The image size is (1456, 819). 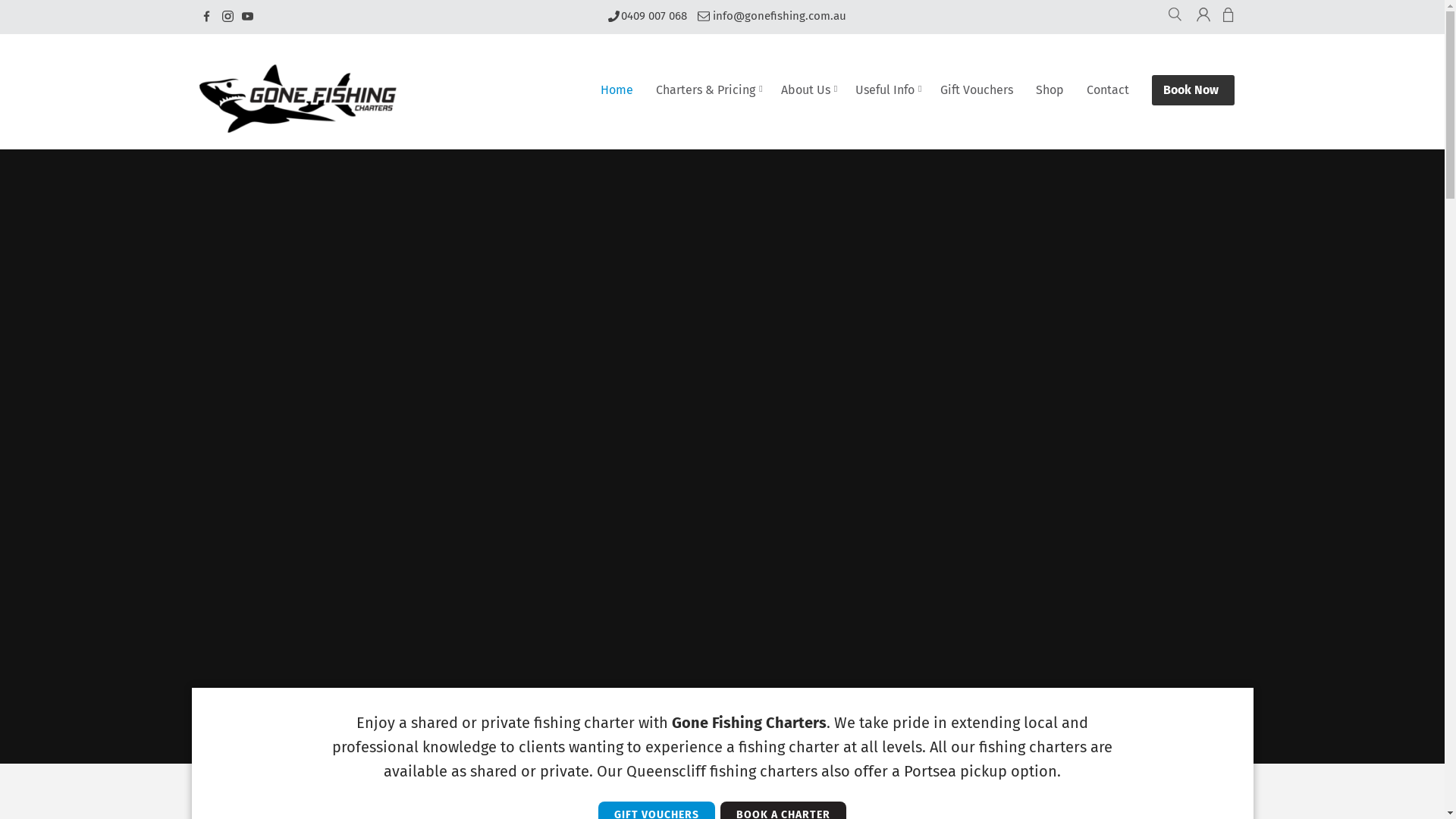 What do you see at coordinates (708, 90) in the screenshot?
I see `'Charters & Pricing'` at bounding box center [708, 90].